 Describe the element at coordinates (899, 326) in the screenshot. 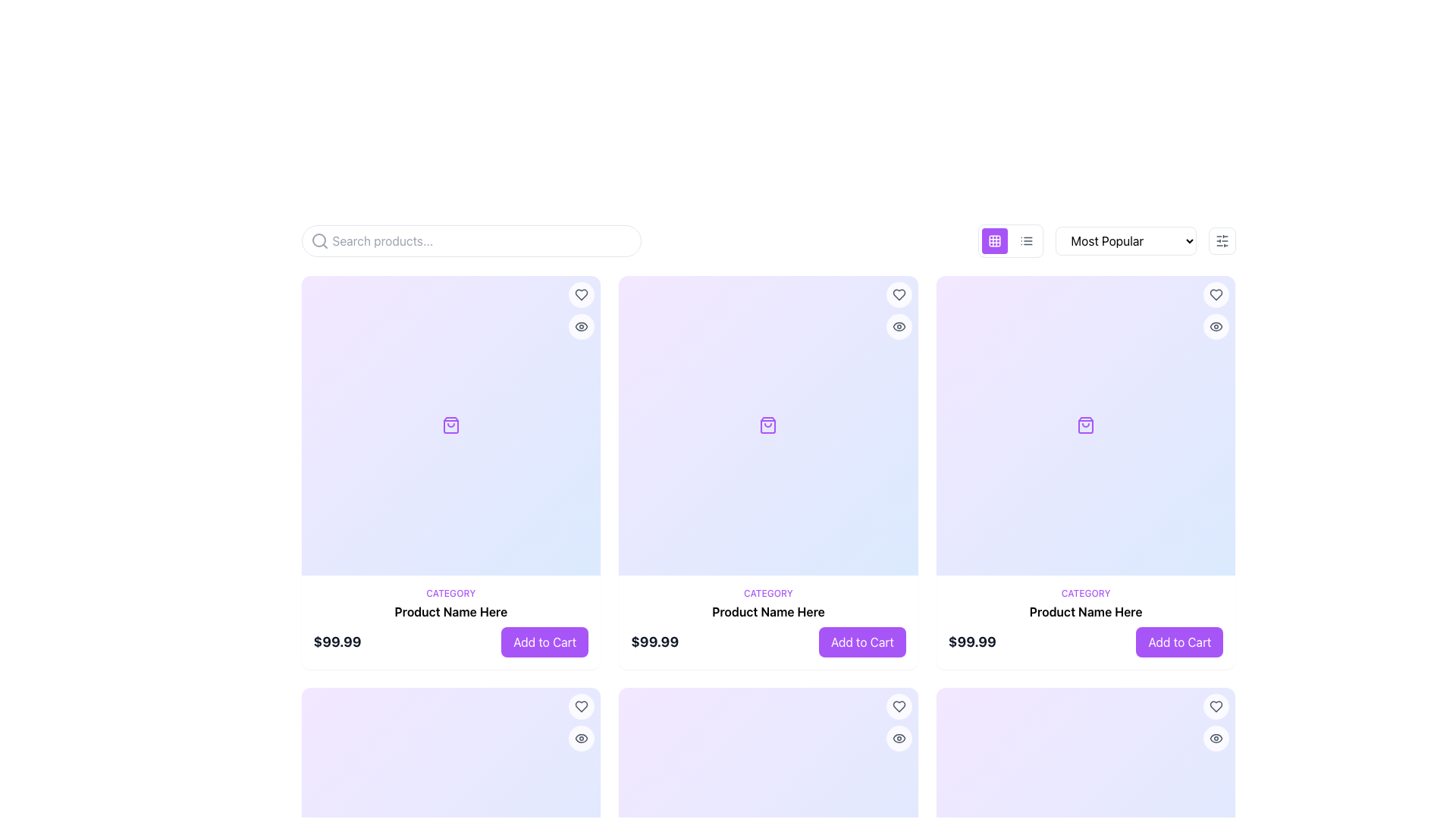

I see `the circular button with a white background and gray outline, which features an eye icon, to change its color` at that location.